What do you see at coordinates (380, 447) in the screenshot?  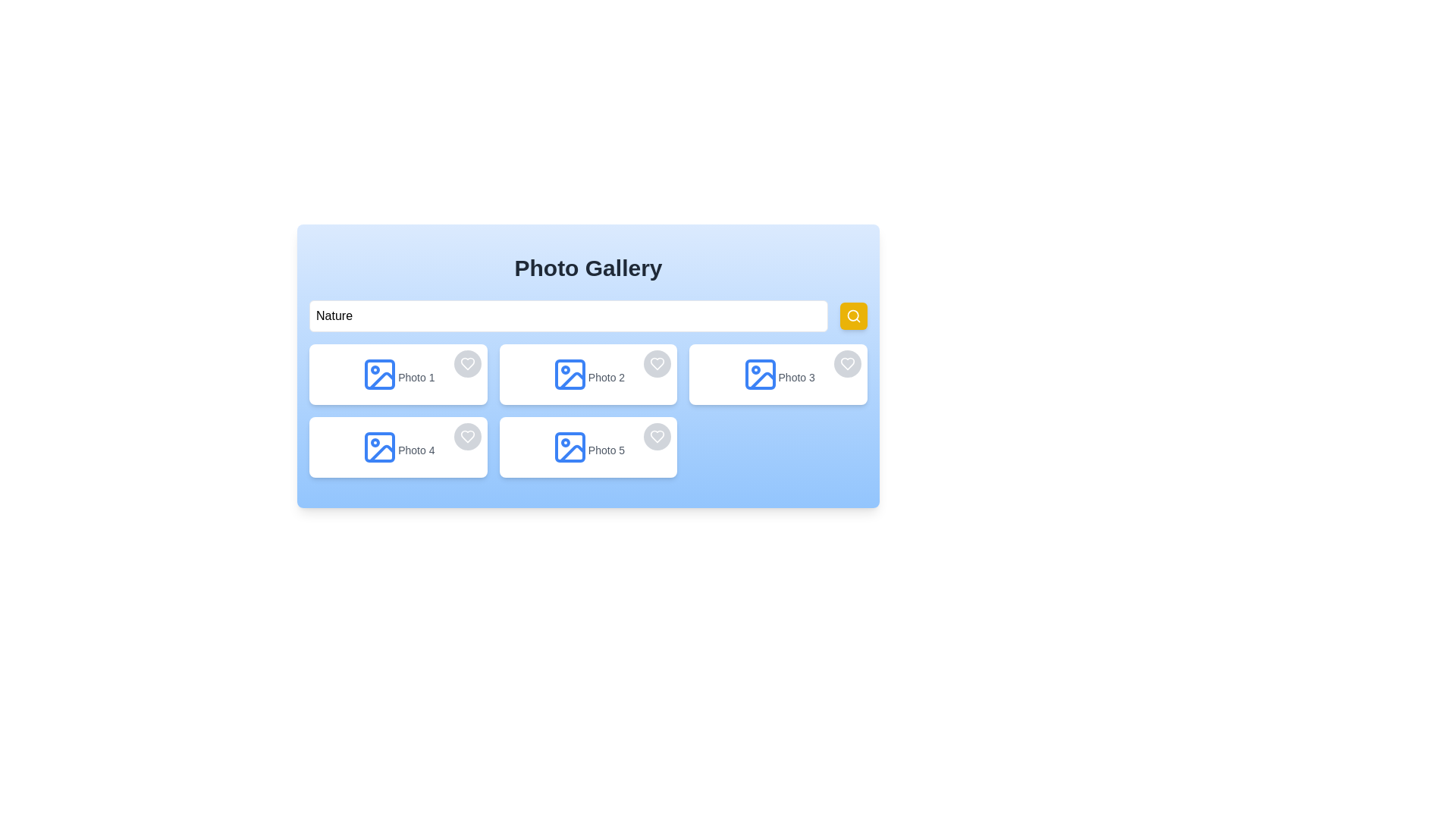 I see `the minimalistic image icon with a blue outline, located in the center-left of the 'Photo 4' box in the photo gallery grid, below the search bar` at bounding box center [380, 447].